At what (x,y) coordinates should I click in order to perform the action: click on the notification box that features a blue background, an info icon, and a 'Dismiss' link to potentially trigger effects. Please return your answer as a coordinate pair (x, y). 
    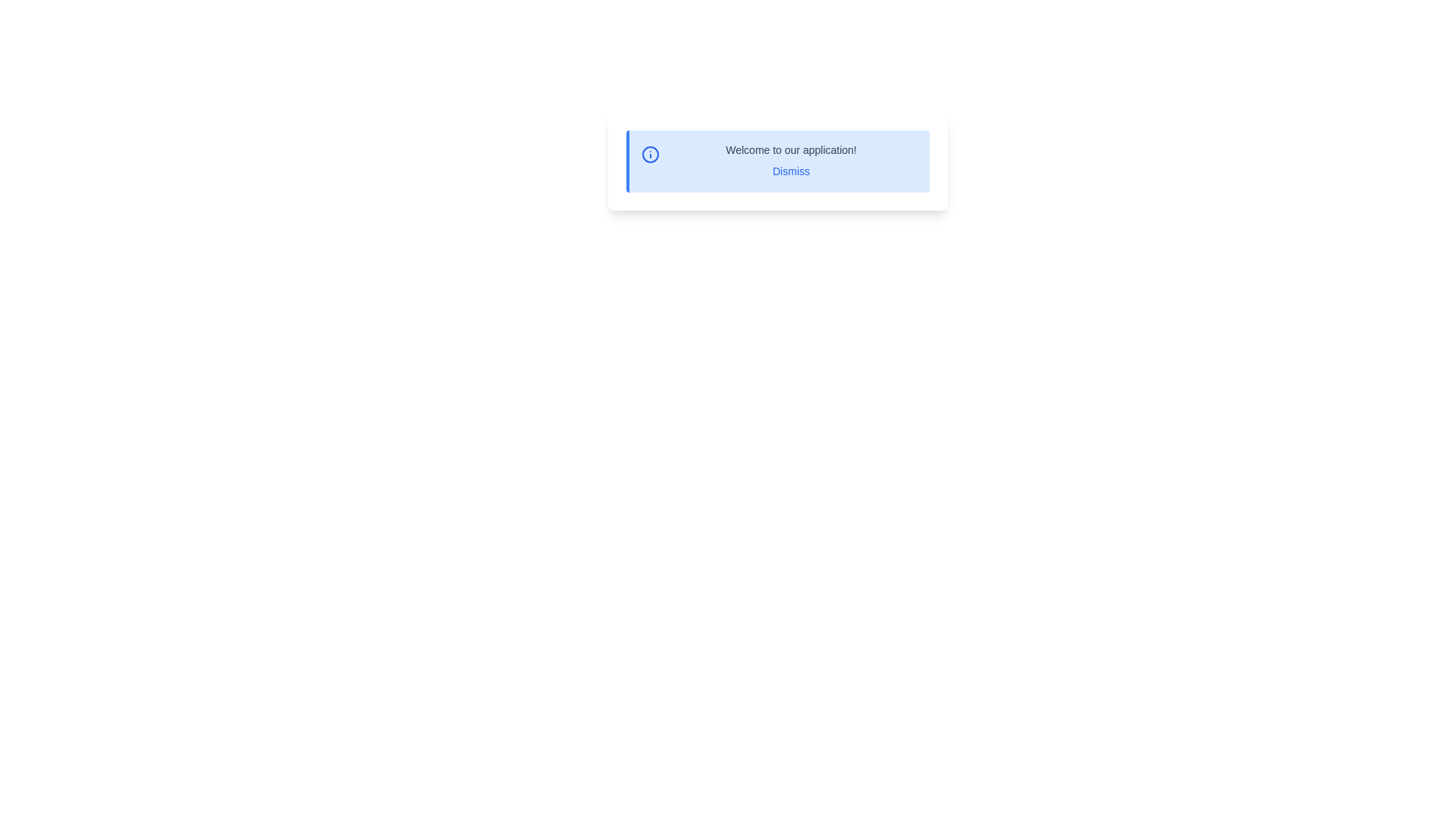
    Looking at the image, I should click on (777, 161).